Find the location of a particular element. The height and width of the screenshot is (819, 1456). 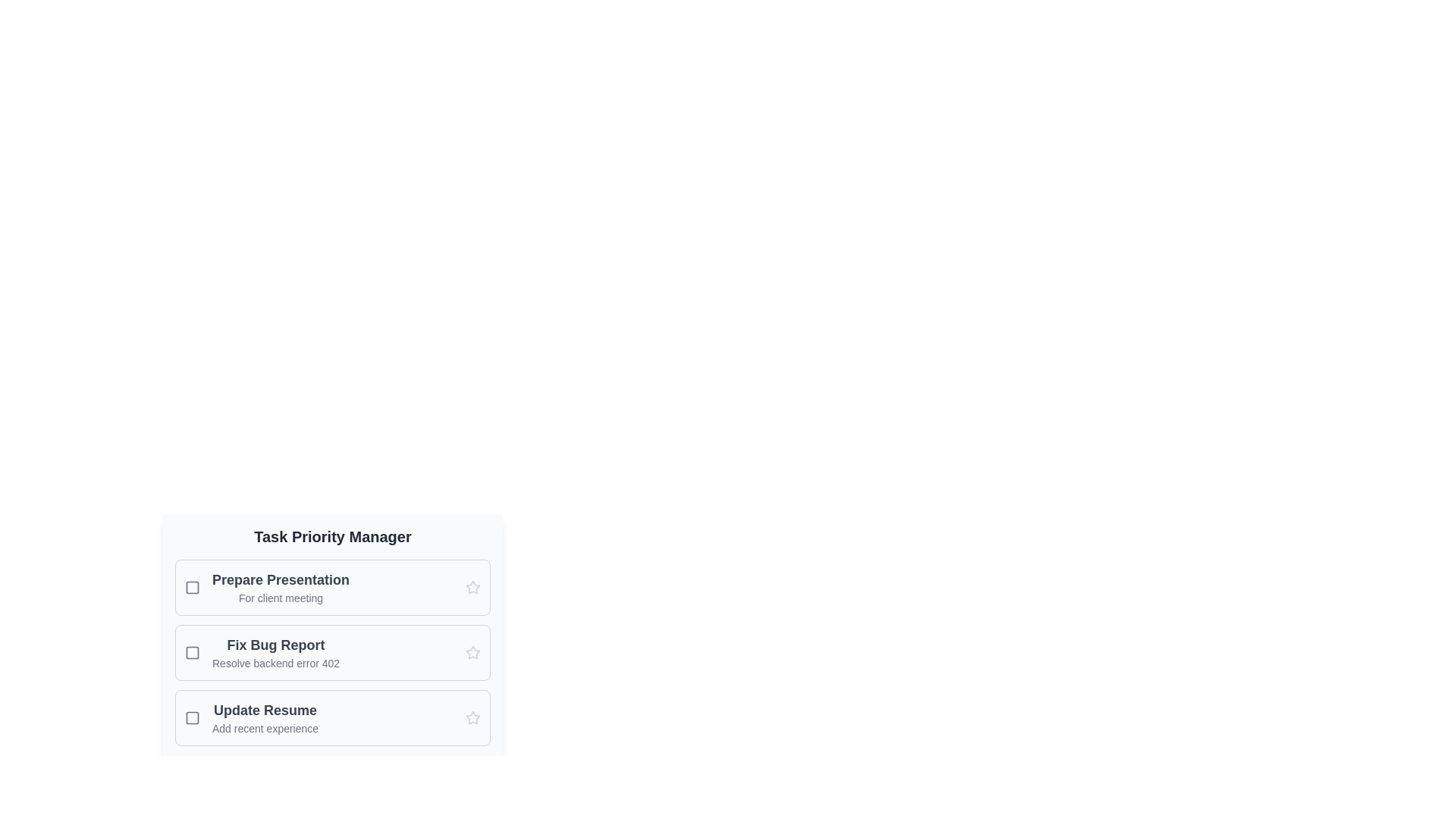

the star icon located at the far right of the 'Update Resume' task row in the task management panel is located at coordinates (472, 717).